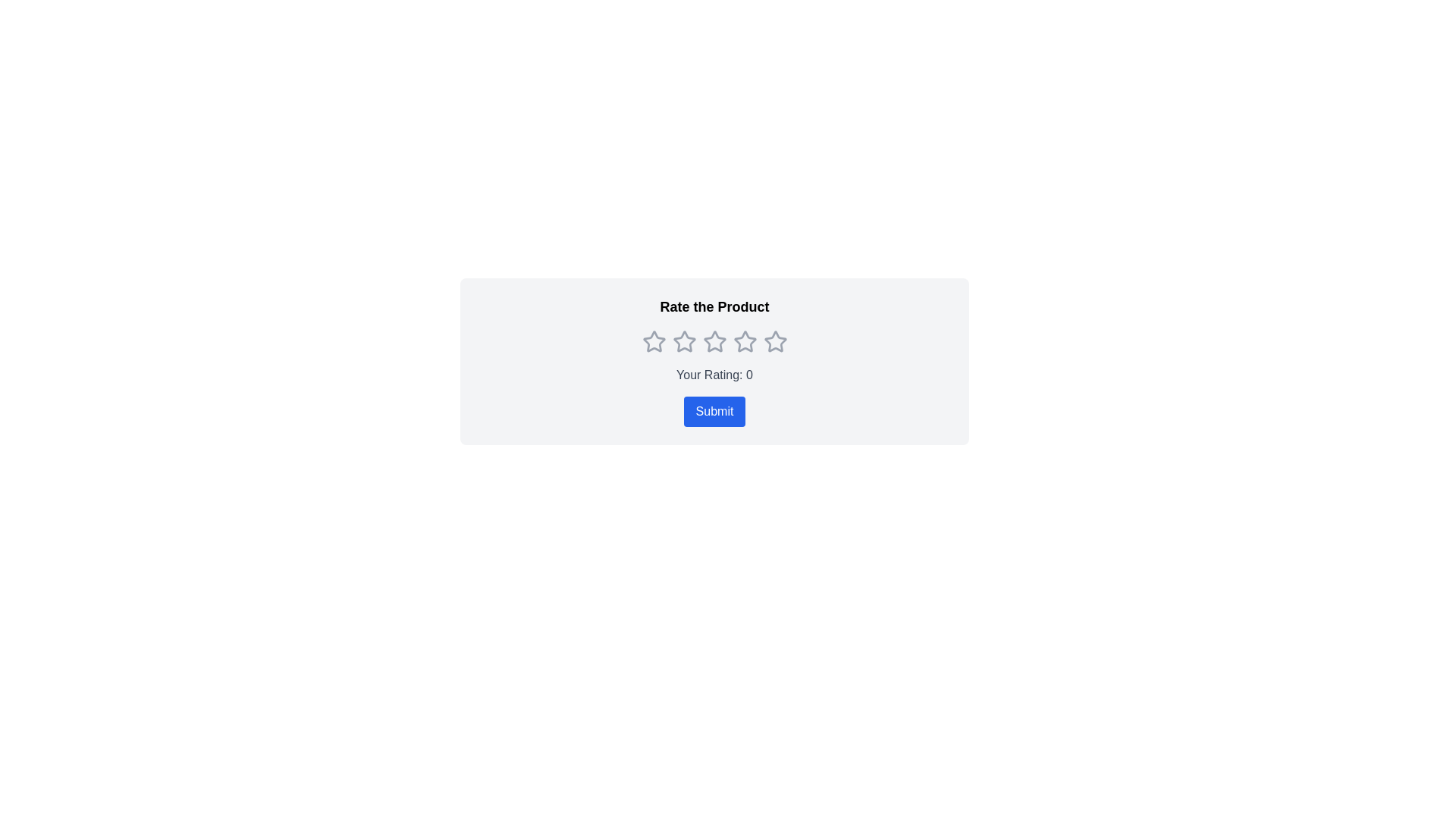  What do you see at coordinates (683, 341) in the screenshot?
I see `the second star in the Rating star component to set a two-star rating, which will indicate the user's selection and may trigger a visual change` at bounding box center [683, 341].